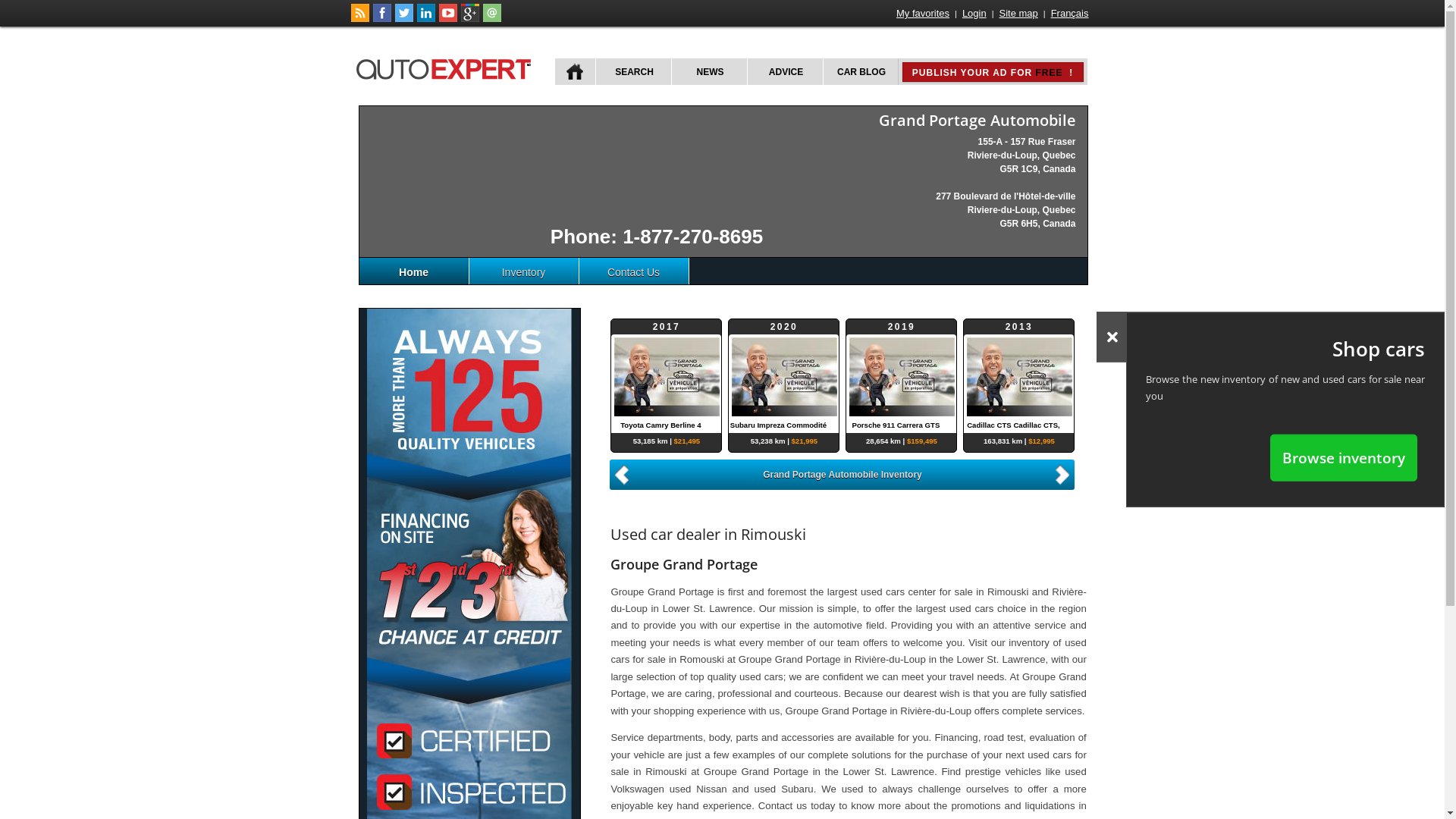  What do you see at coordinates (974, 13) in the screenshot?
I see `'Login'` at bounding box center [974, 13].